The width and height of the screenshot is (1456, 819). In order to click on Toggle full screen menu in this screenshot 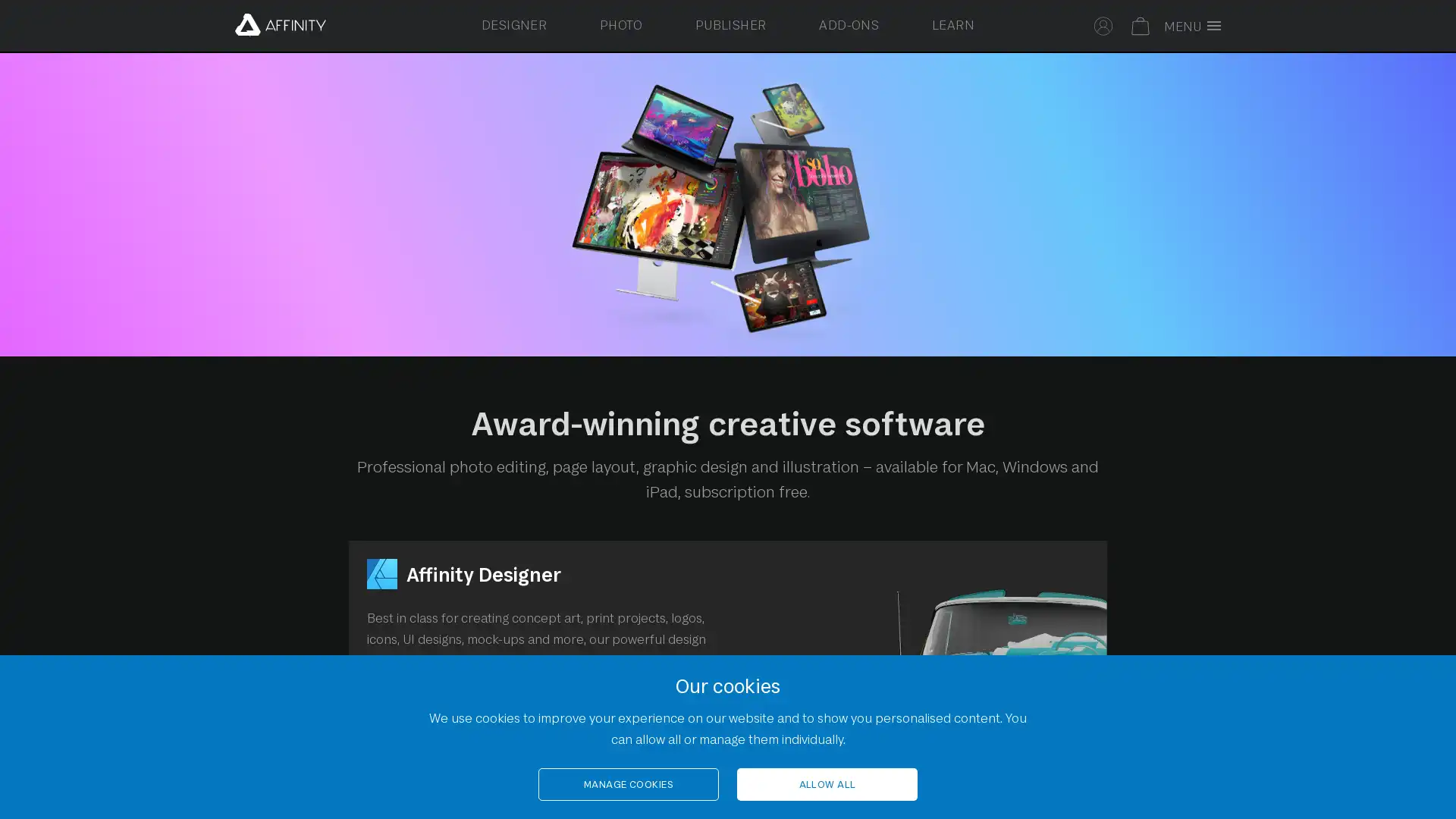, I will do `click(1196, 26)`.